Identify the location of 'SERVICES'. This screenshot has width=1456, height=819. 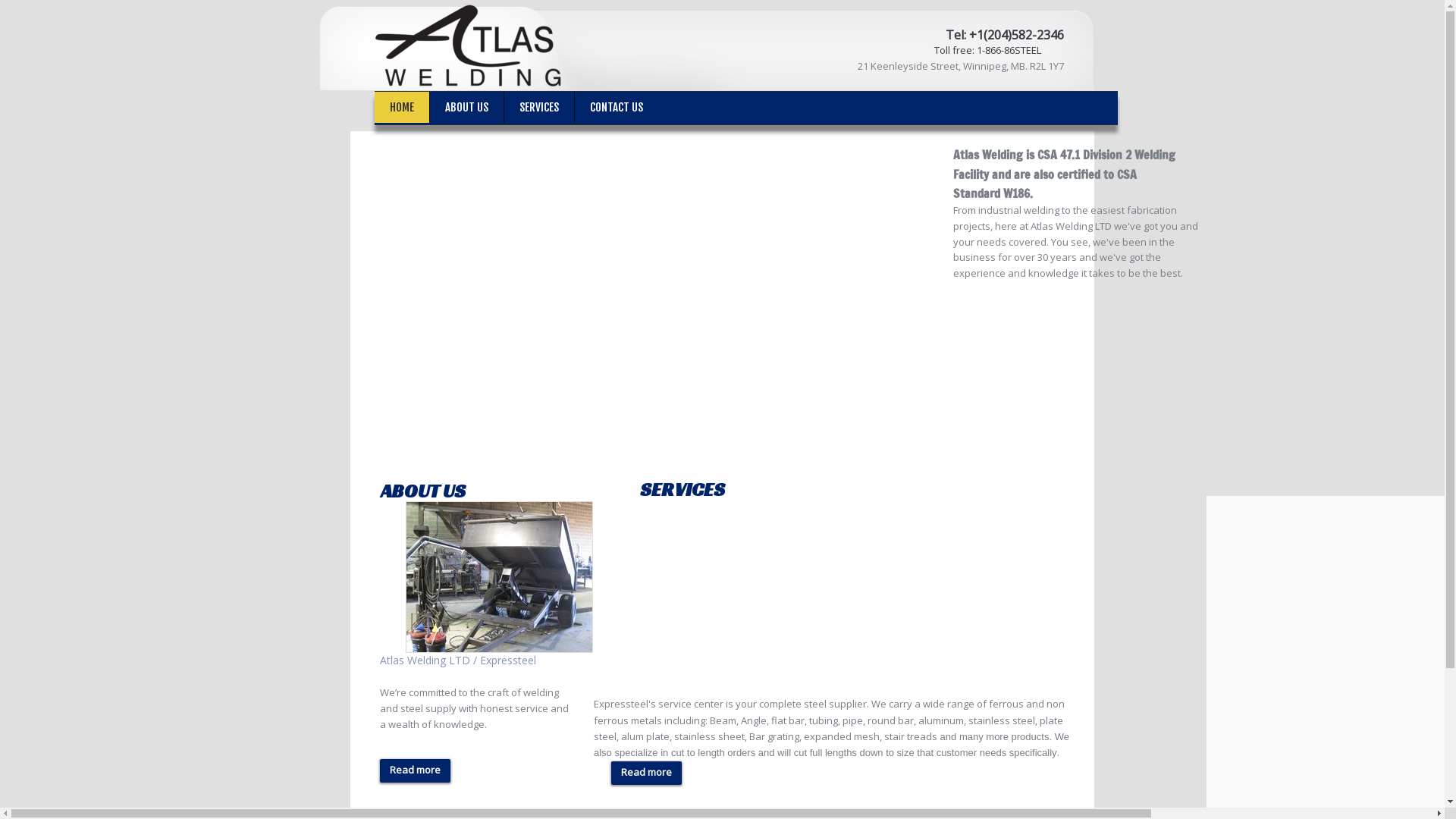
(538, 106).